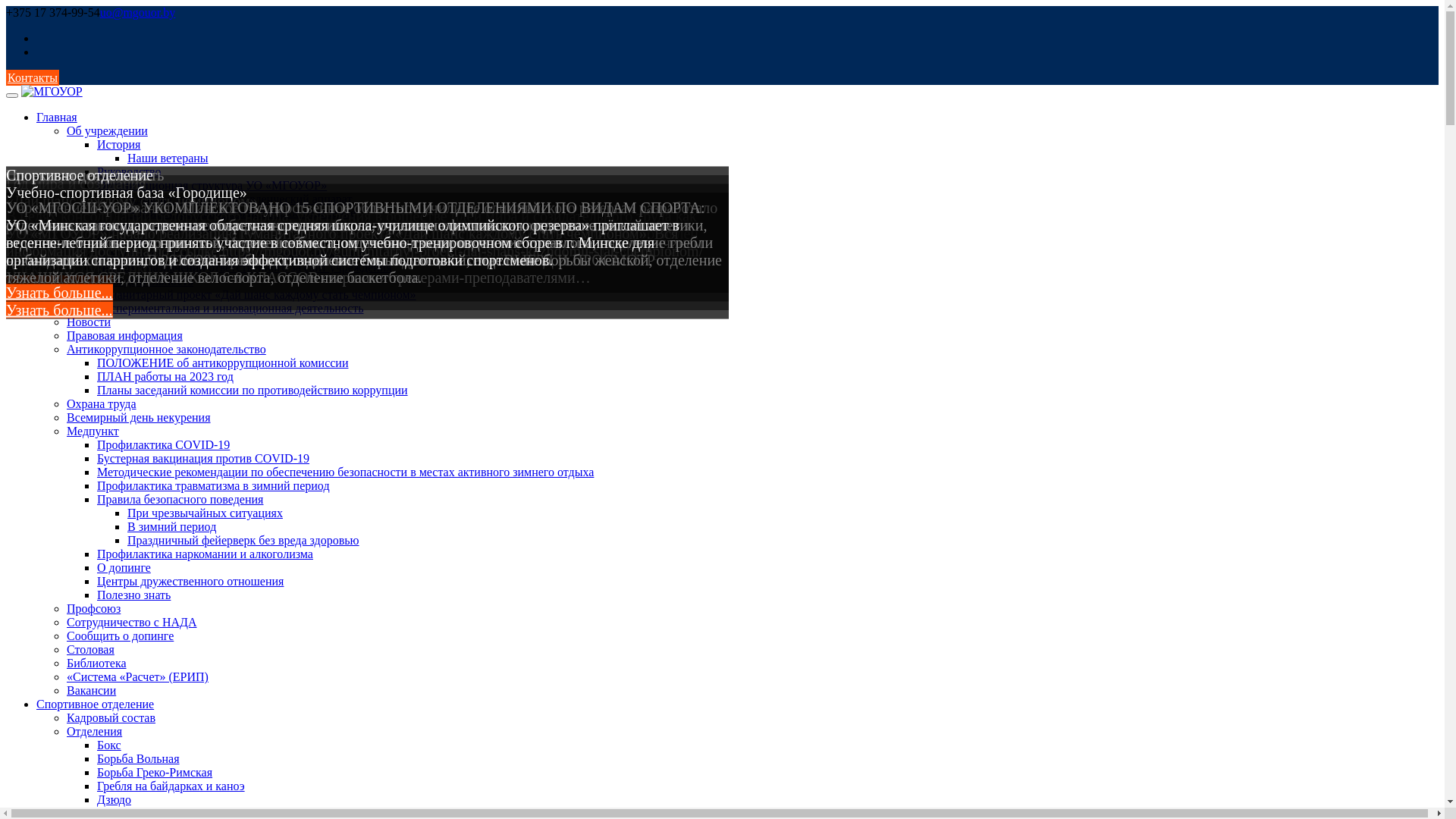  What do you see at coordinates (138, 12) in the screenshot?
I see `'uo@mgouor.by'` at bounding box center [138, 12].